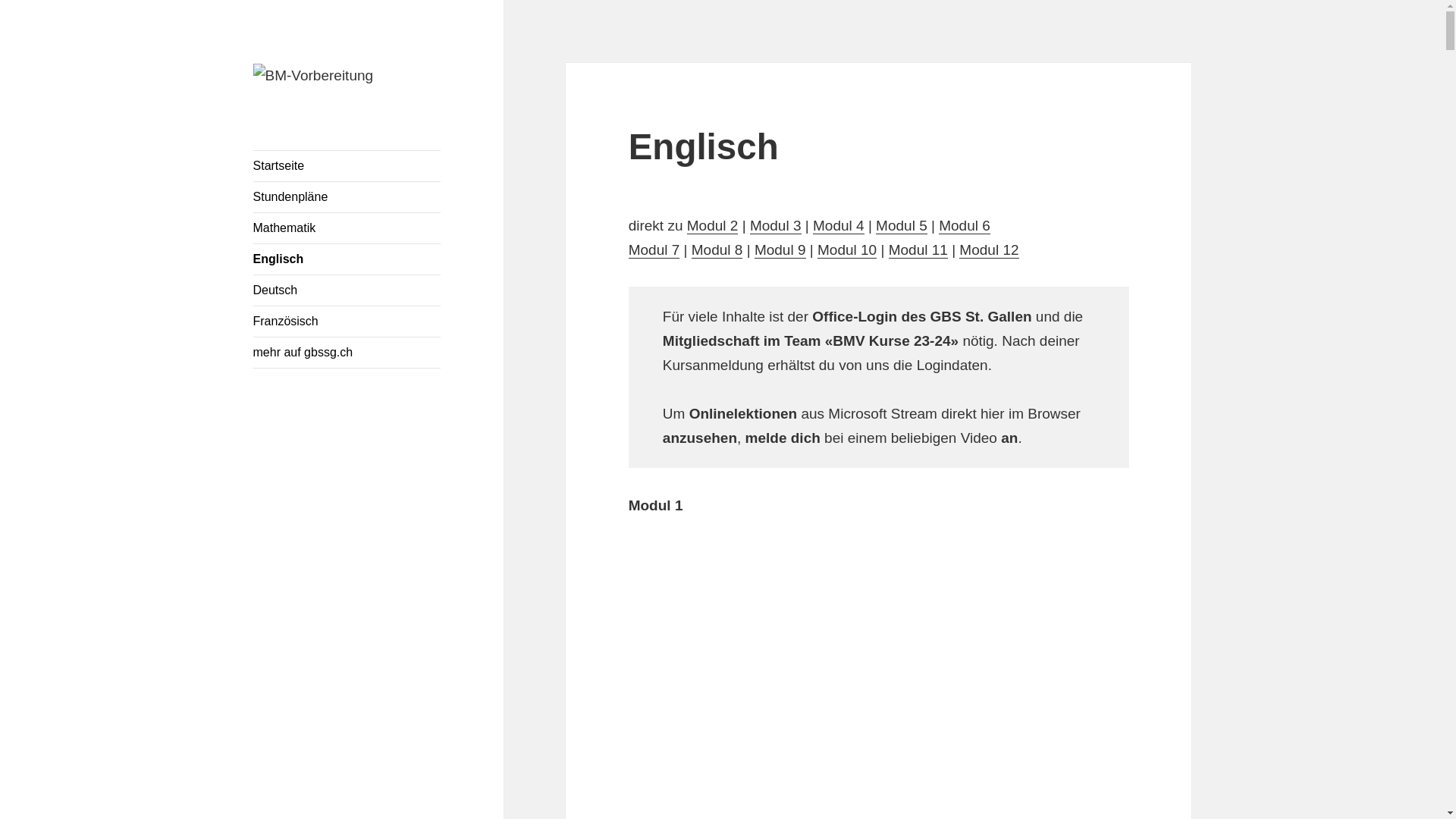 This screenshot has width=1456, height=819. Describe the element at coordinates (780, 249) in the screenshot. I see `'Modul 9'` at that location.